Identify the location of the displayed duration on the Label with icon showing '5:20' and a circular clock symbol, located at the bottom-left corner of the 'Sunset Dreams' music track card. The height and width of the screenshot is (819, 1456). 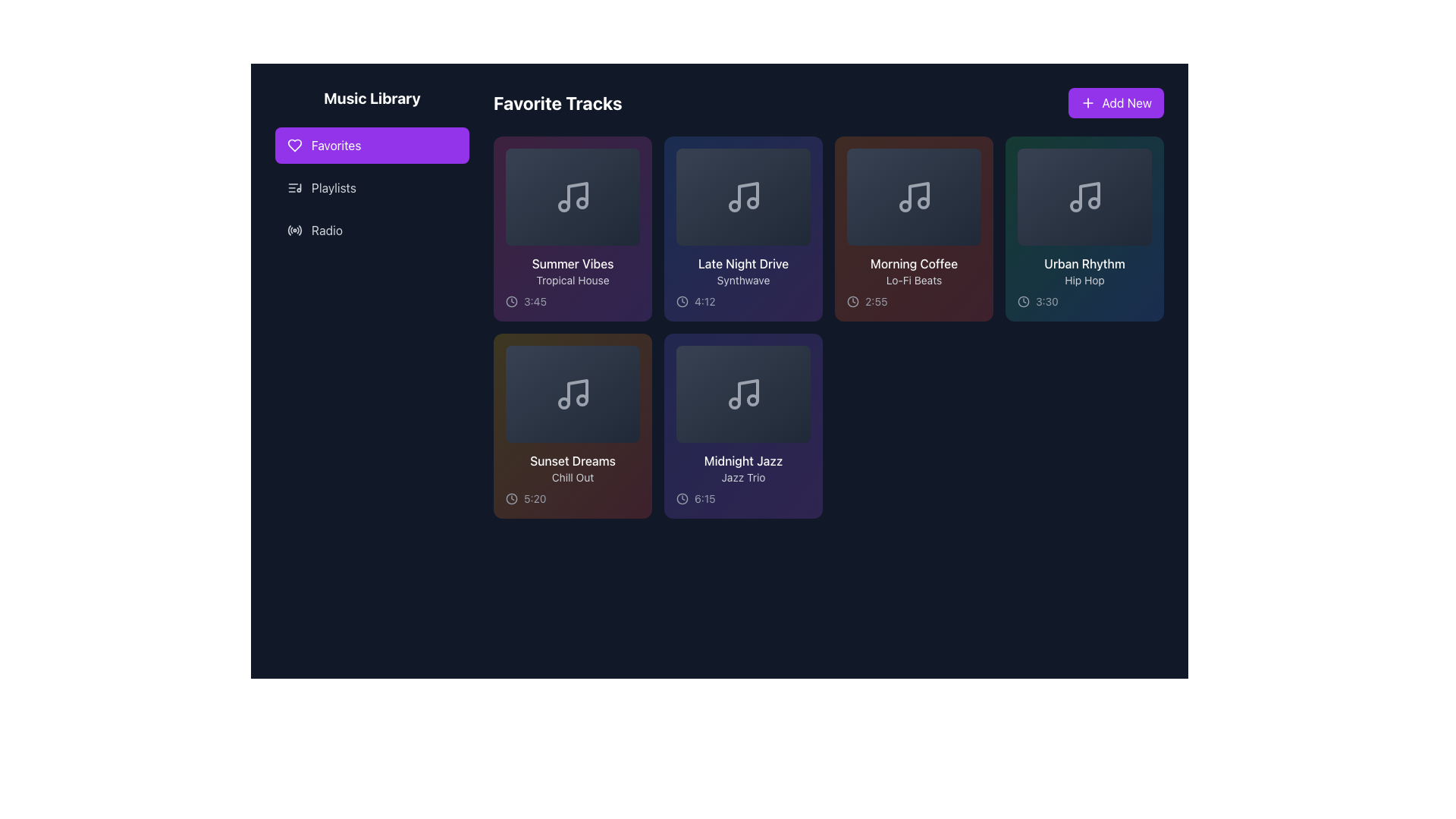
(572, 499).